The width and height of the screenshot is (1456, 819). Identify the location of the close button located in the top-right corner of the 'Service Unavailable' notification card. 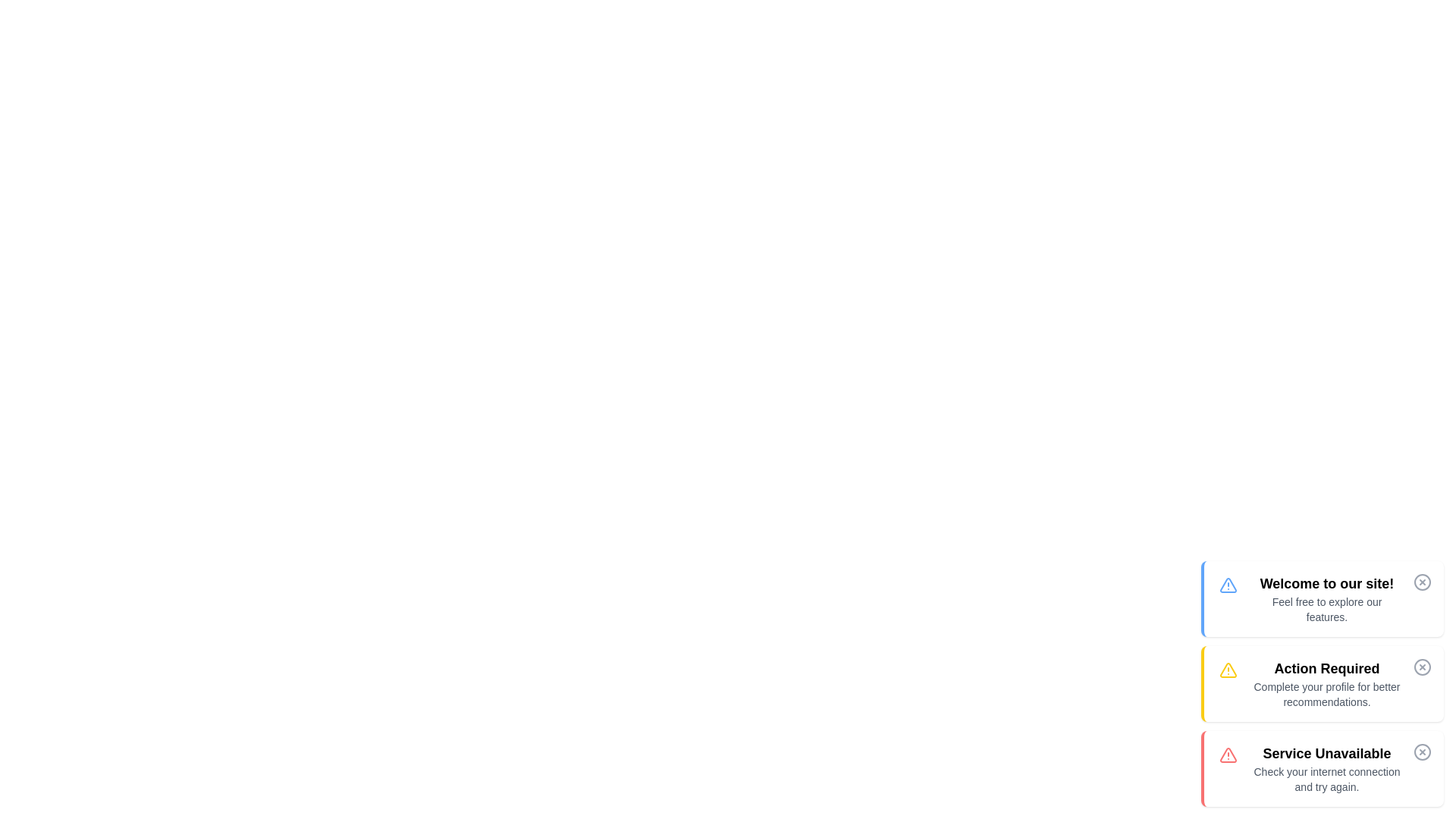
(1422, 752).